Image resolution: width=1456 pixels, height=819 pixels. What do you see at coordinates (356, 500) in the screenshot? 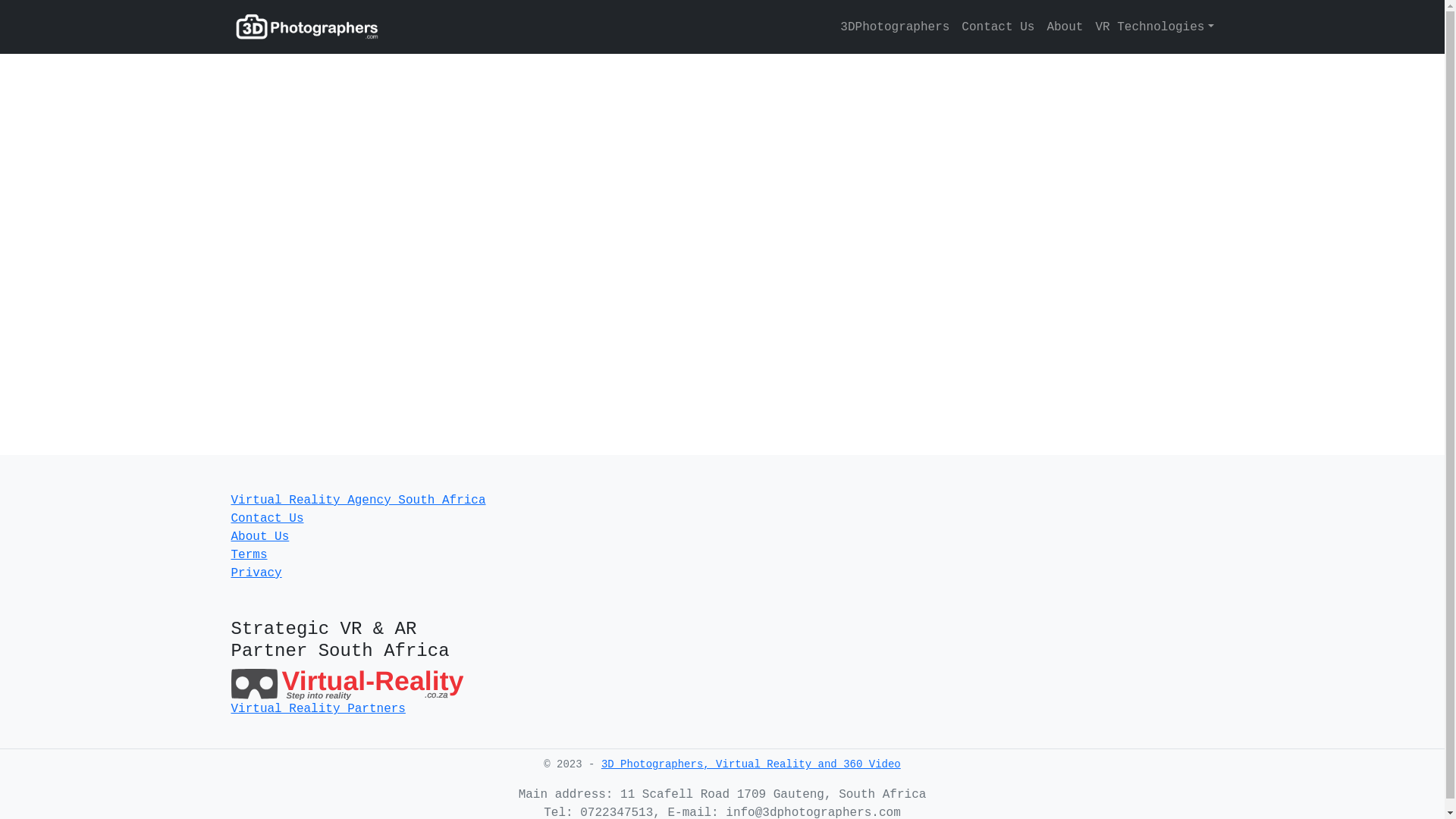
I see `'Virtual Reality Agency South Africa'` at bounding box center [356, 500].